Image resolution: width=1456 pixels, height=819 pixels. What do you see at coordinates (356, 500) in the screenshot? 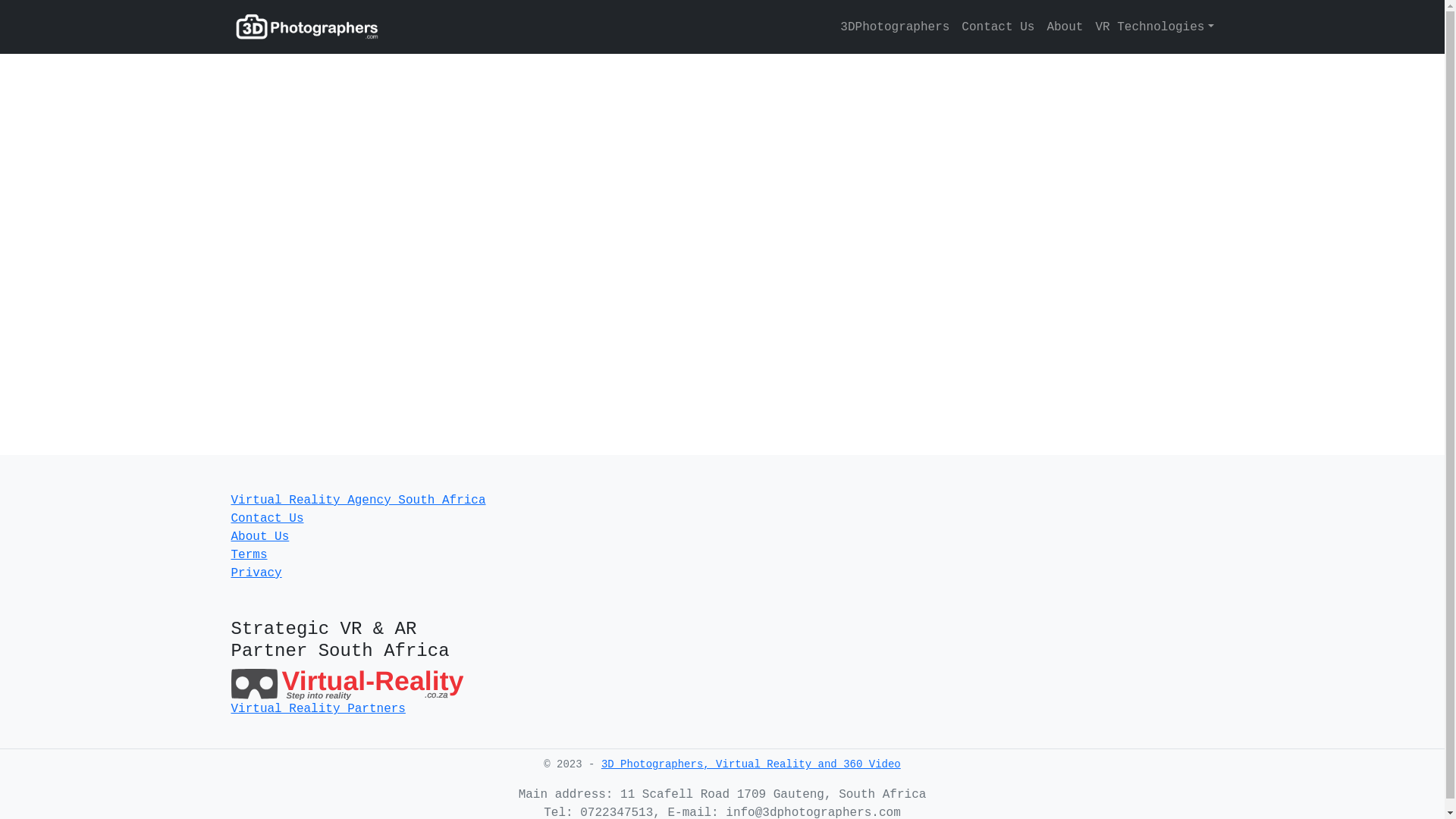
I see `'Virtual Reality Agency South Africa'` at bounding box center [356, 500].